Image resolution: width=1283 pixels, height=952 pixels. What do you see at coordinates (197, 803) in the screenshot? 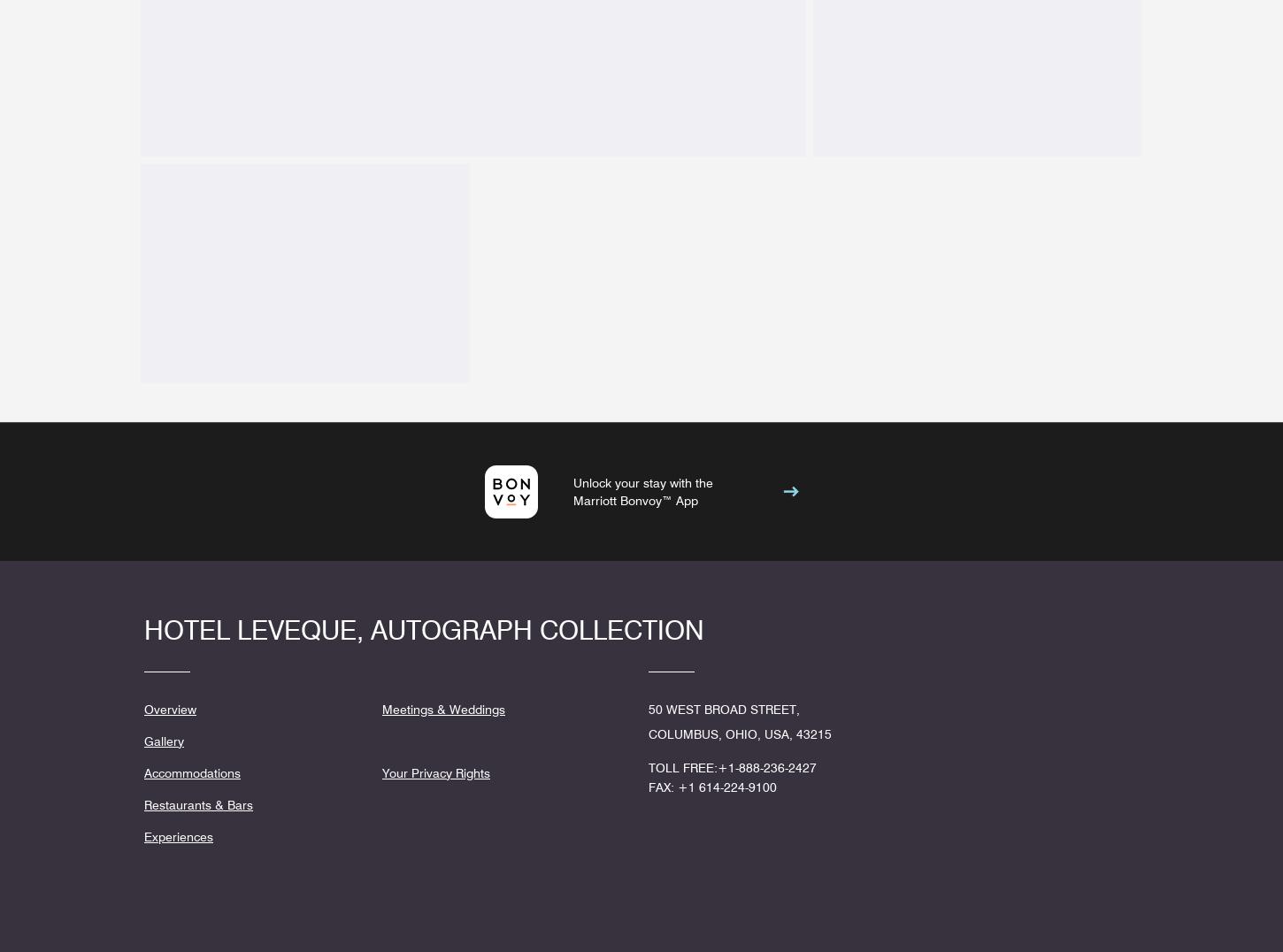
I see `'Restaurants & Bars'` at bounding box center [197, 803].